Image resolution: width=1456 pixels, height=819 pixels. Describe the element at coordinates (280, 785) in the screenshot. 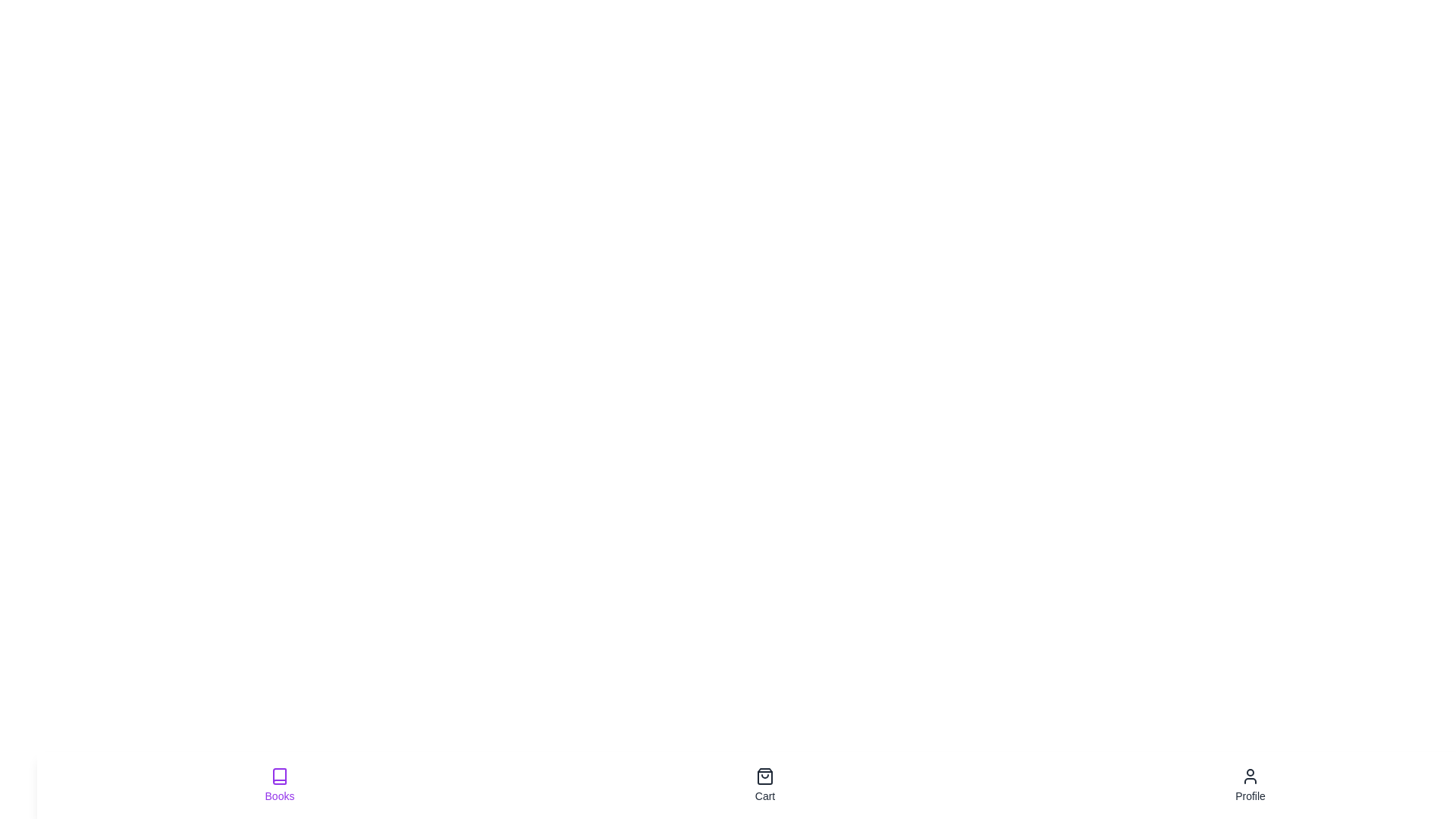

I see `the Books tab by clicking its button` at that location.